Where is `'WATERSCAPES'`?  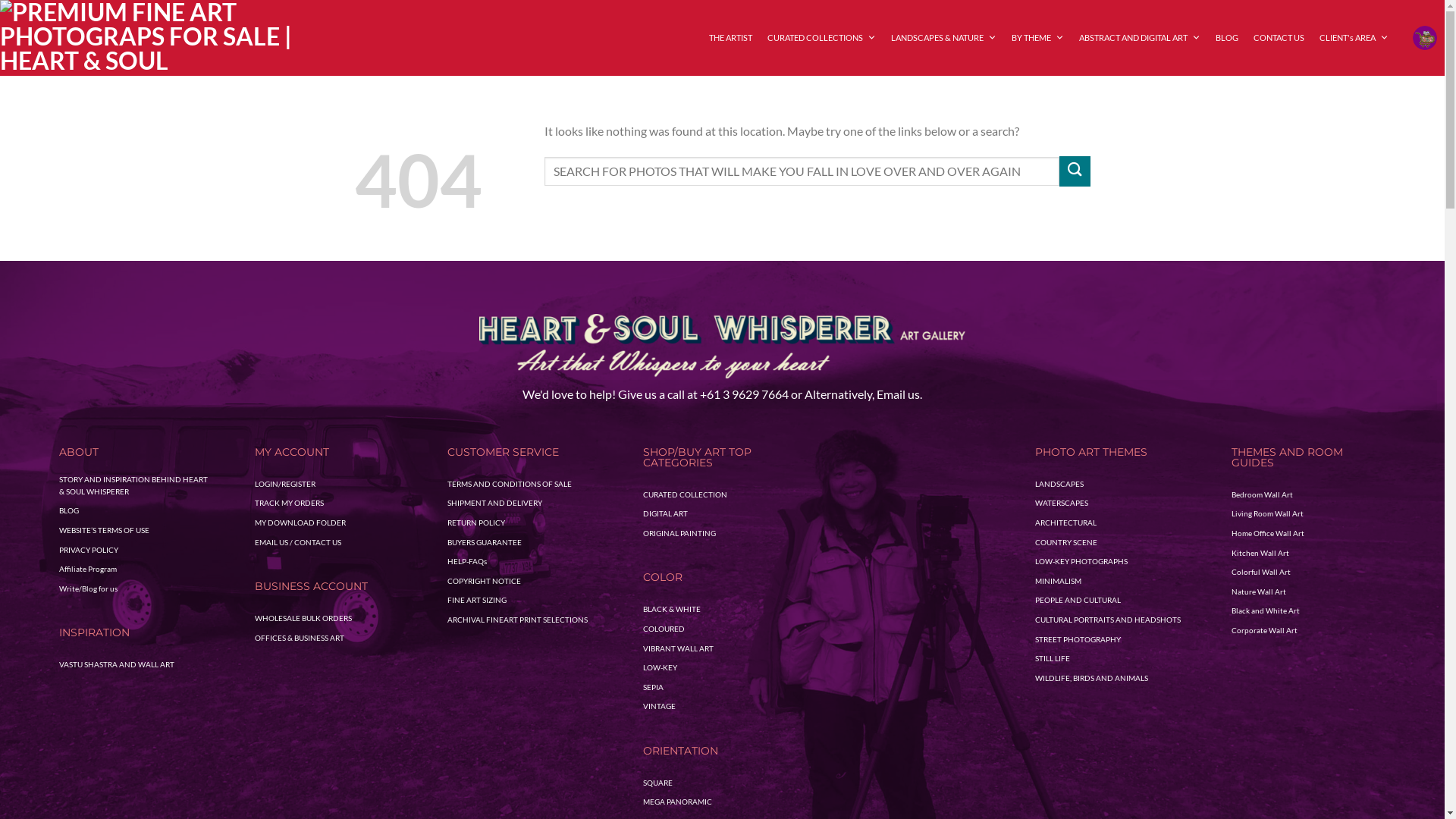 'WATERSCAPES' is located at coordinates (1061, 503).